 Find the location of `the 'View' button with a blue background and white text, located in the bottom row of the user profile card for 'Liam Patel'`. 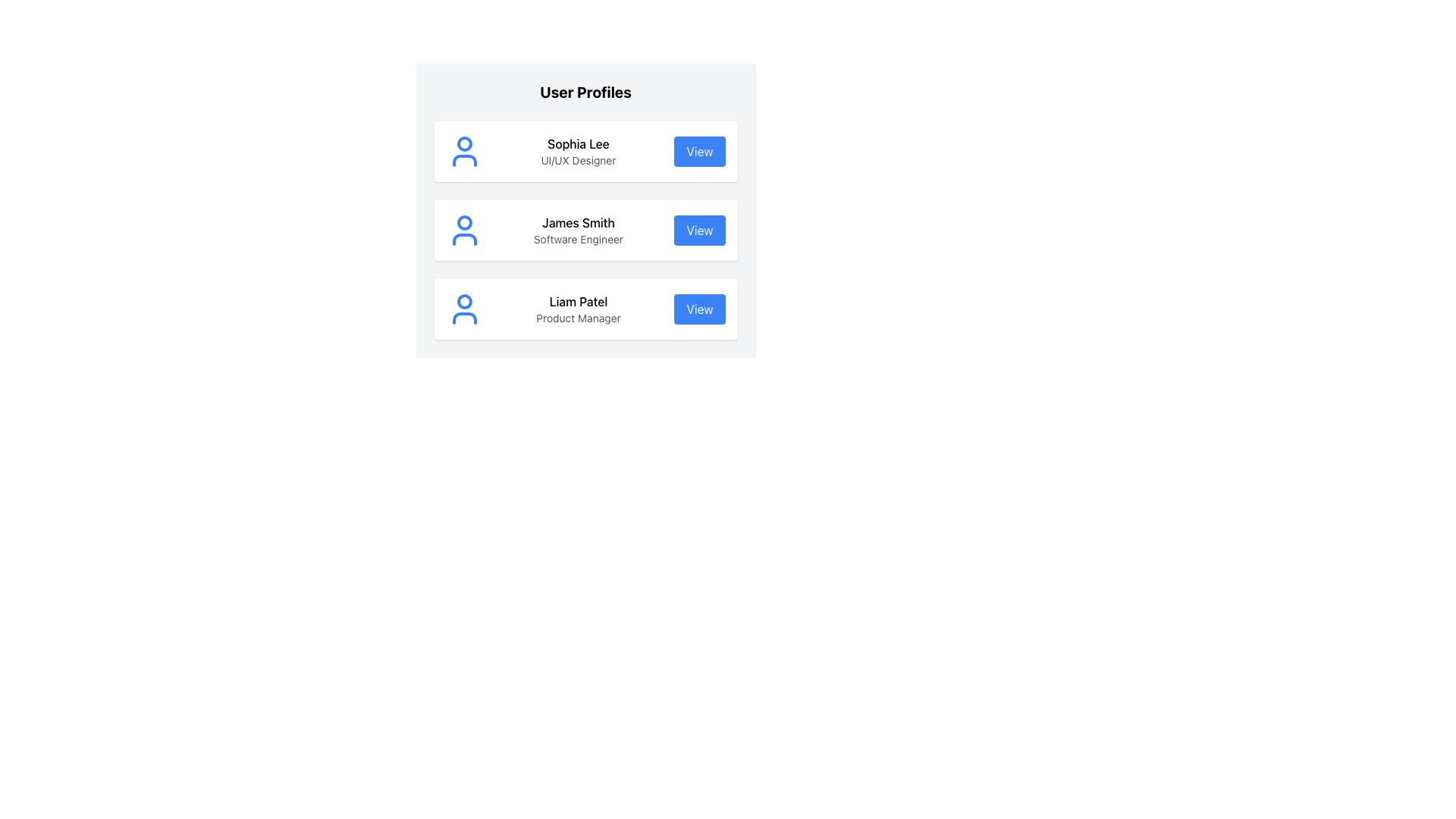

the 'View' button with a blue background and white text, located in the bottom row of the user profile card for 'Liam Patel' is located at coordinates (698, 309).